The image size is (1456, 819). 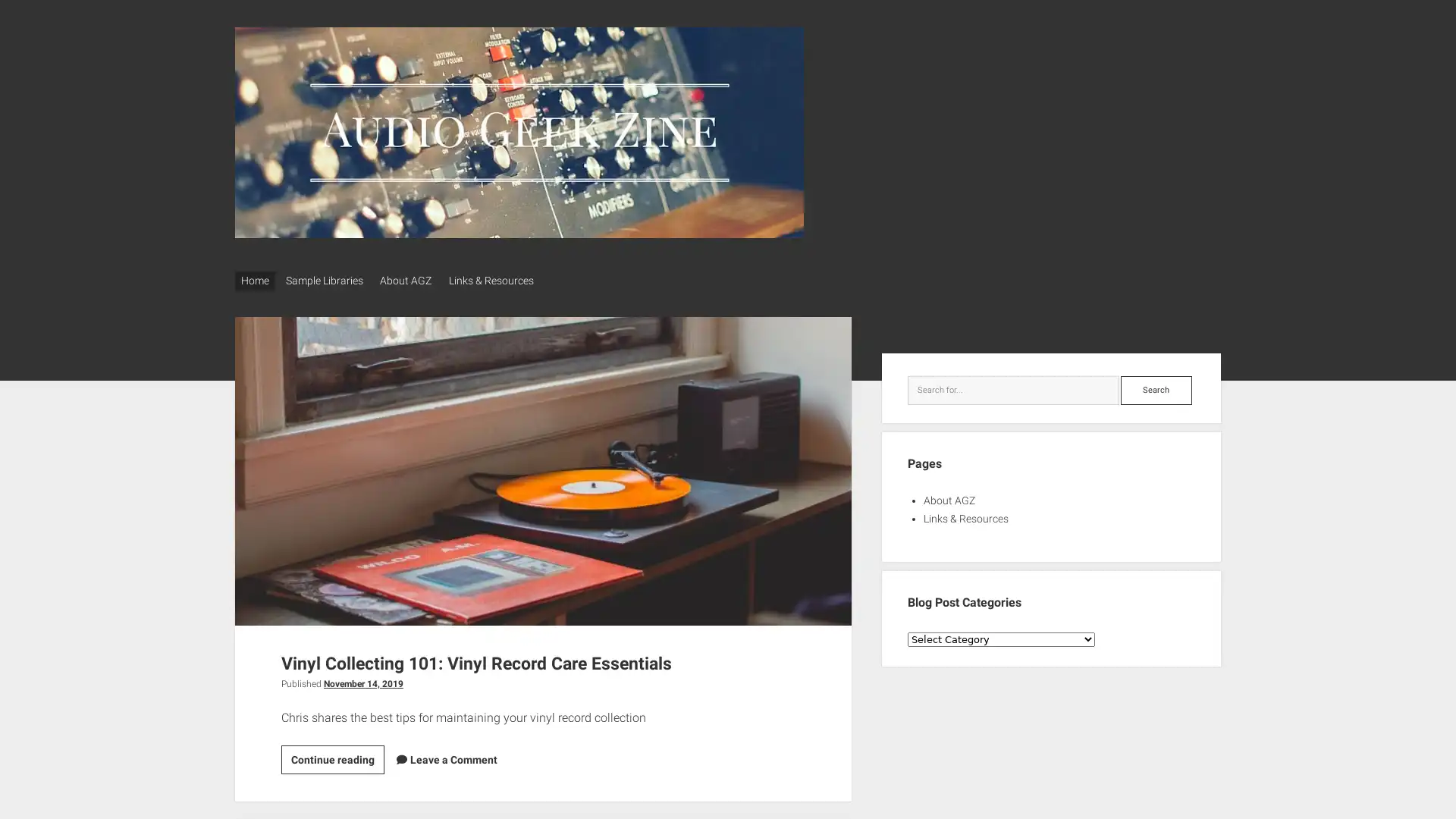 What do you see at coordinates (1155, 385) in the screenshot?
I see `Search` at bounding box center [1155, 385].